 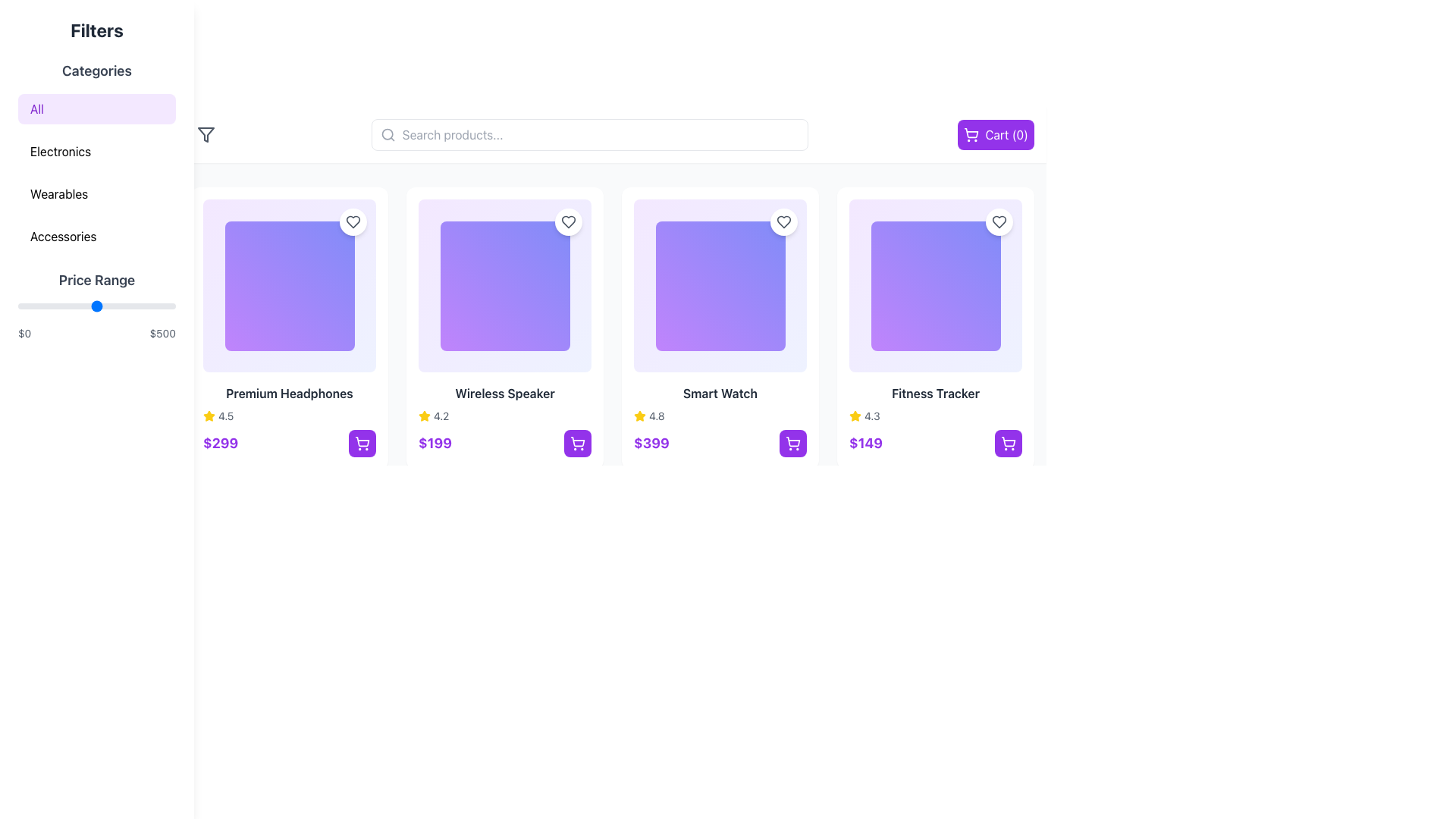 I want to click on the price range slider, so click(x=105, y=306).